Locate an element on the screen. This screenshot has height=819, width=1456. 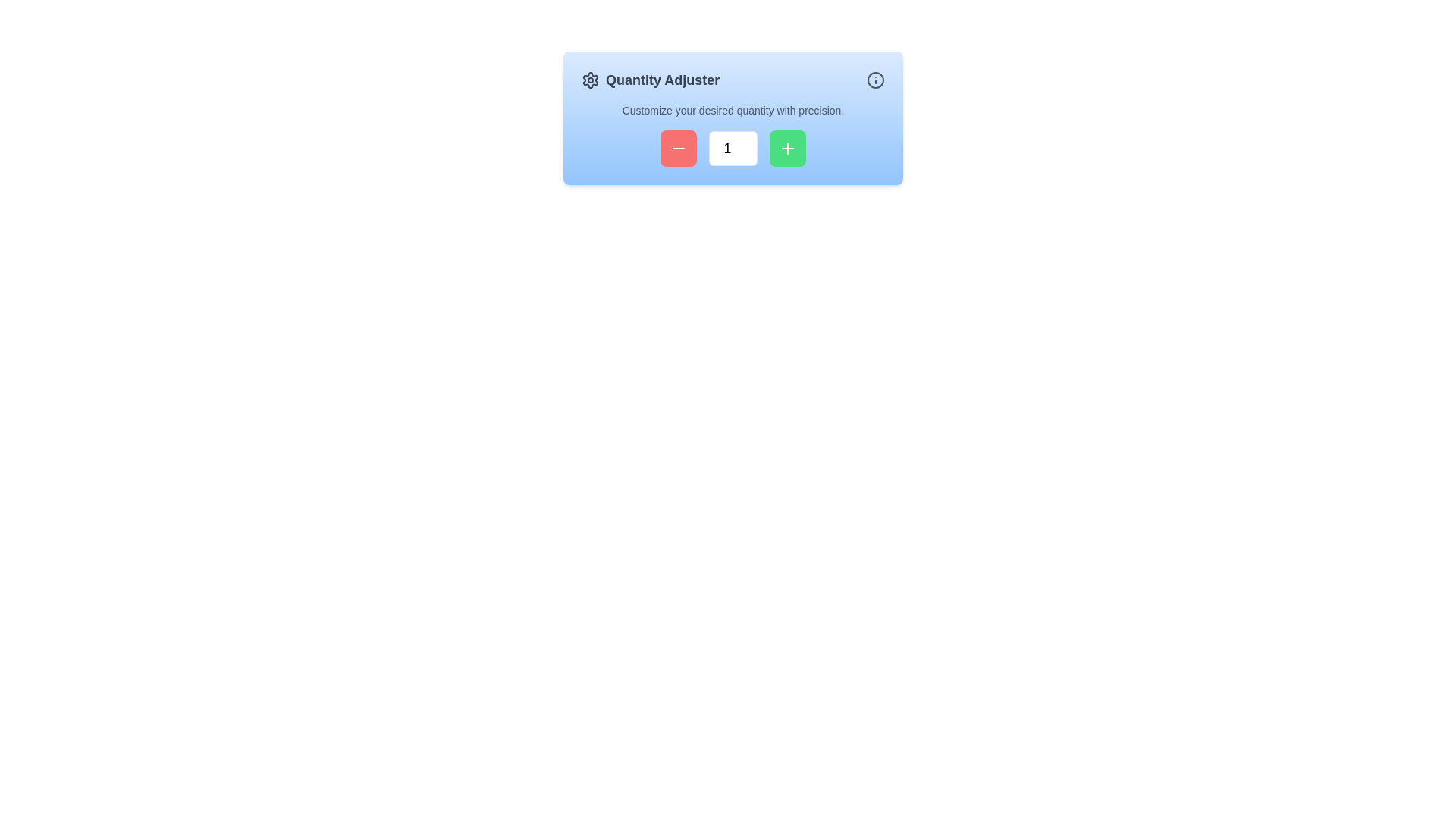
the gear icon, which is styled with a gray stroke and a white fill, located next to the text 'Quantity Adjuster' on the blue panel is located at coordinates (589, 80).